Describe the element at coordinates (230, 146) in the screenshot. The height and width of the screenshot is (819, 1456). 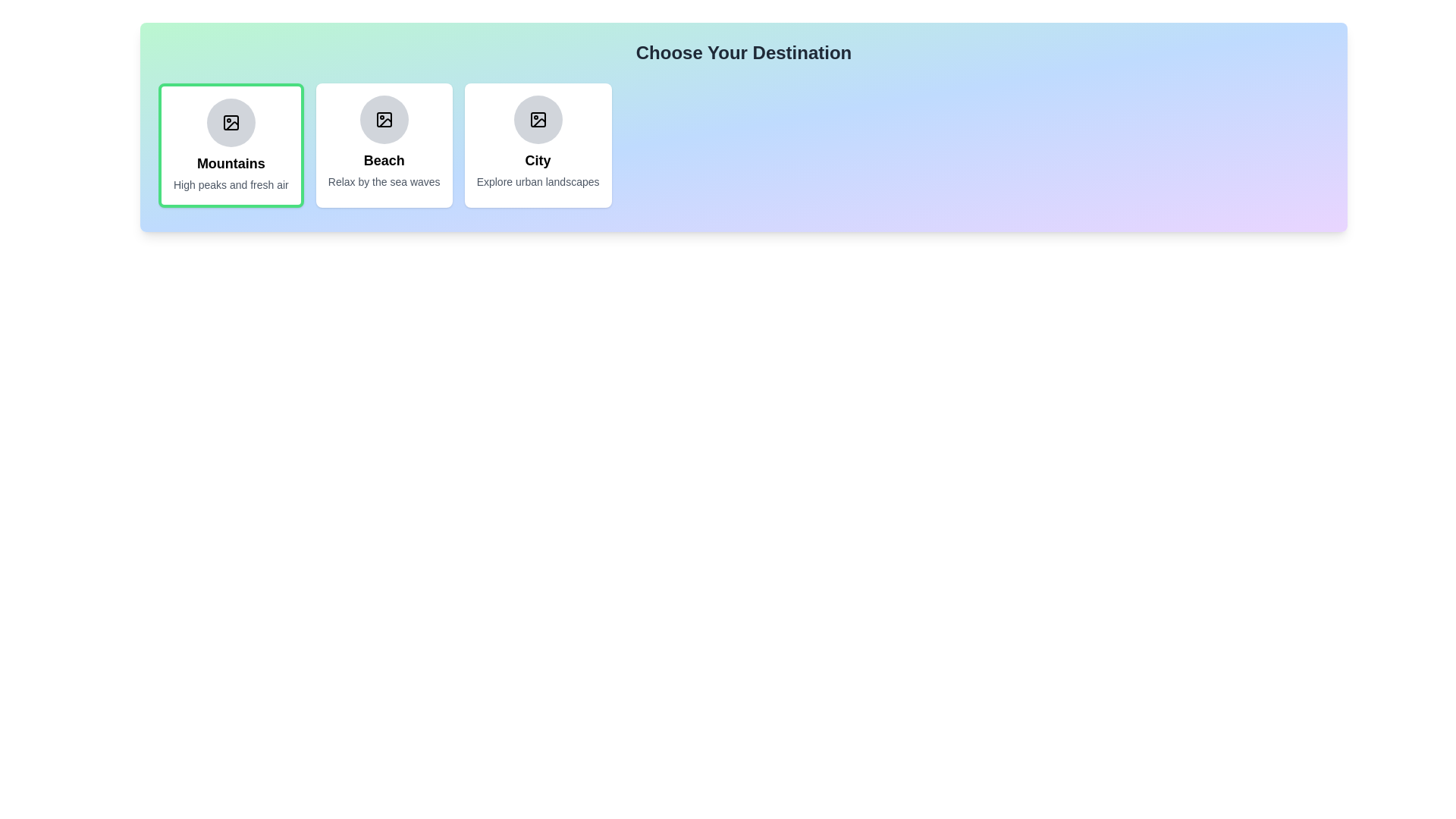
I see `the chip labeled 'Mountains' to observe its hover effect` at that location.